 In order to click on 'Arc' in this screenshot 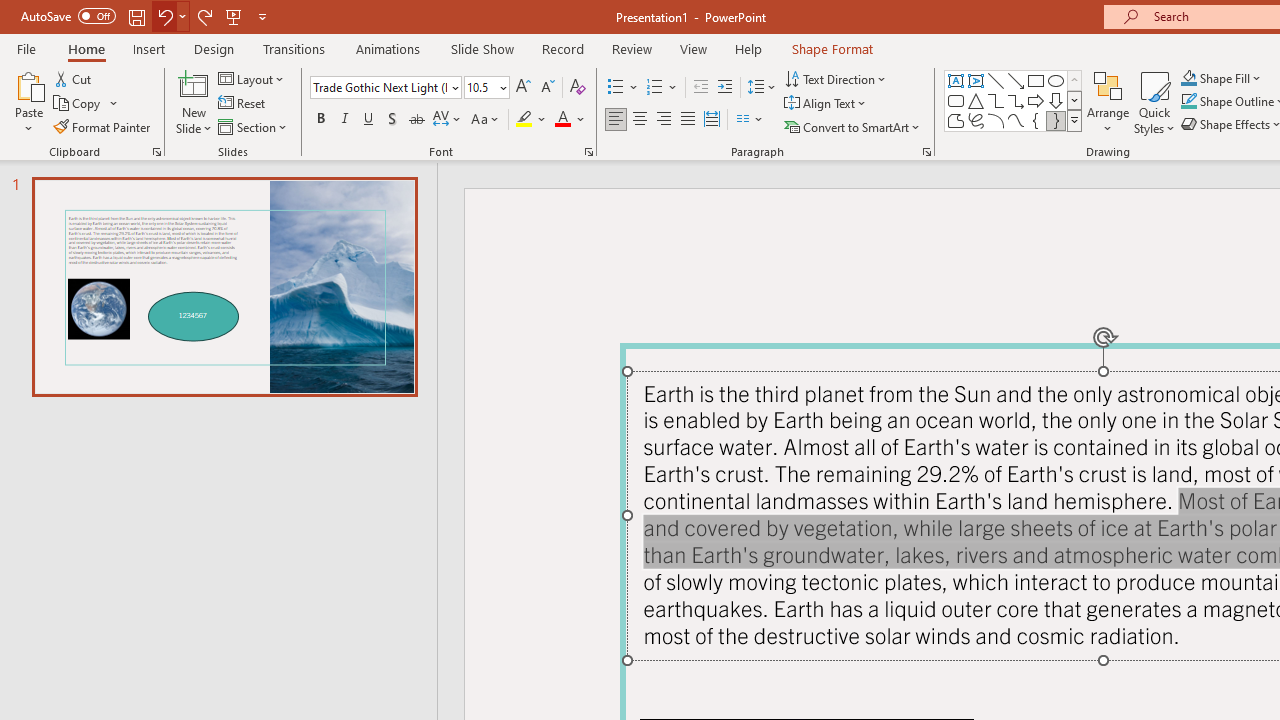, I will do `click(995, 120)`.